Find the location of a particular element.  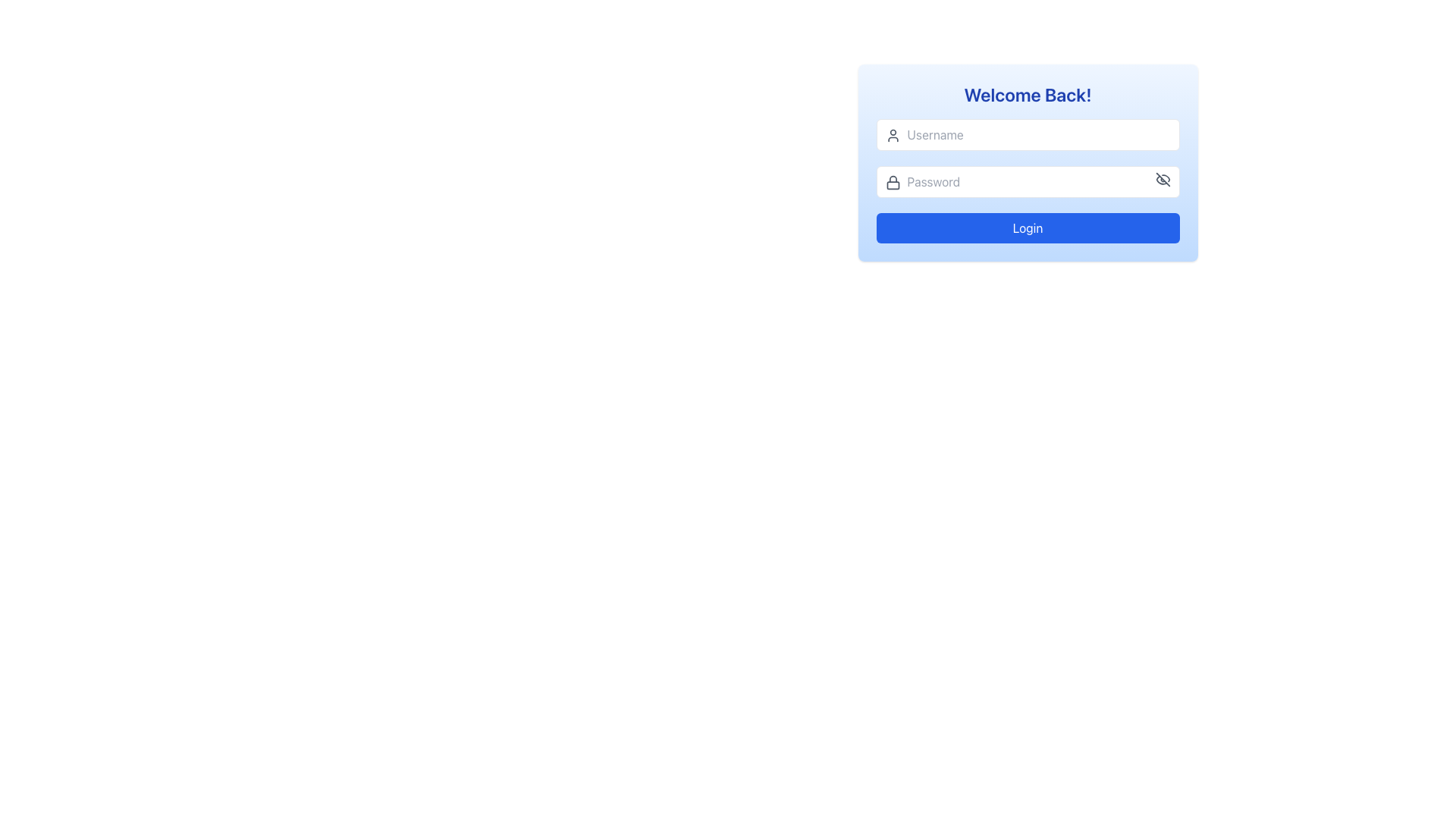

the user profile icon, which is a simplistic line drawing of a person in gray, located to the left of the username input field in the login form is located at coordinates (893, 134).